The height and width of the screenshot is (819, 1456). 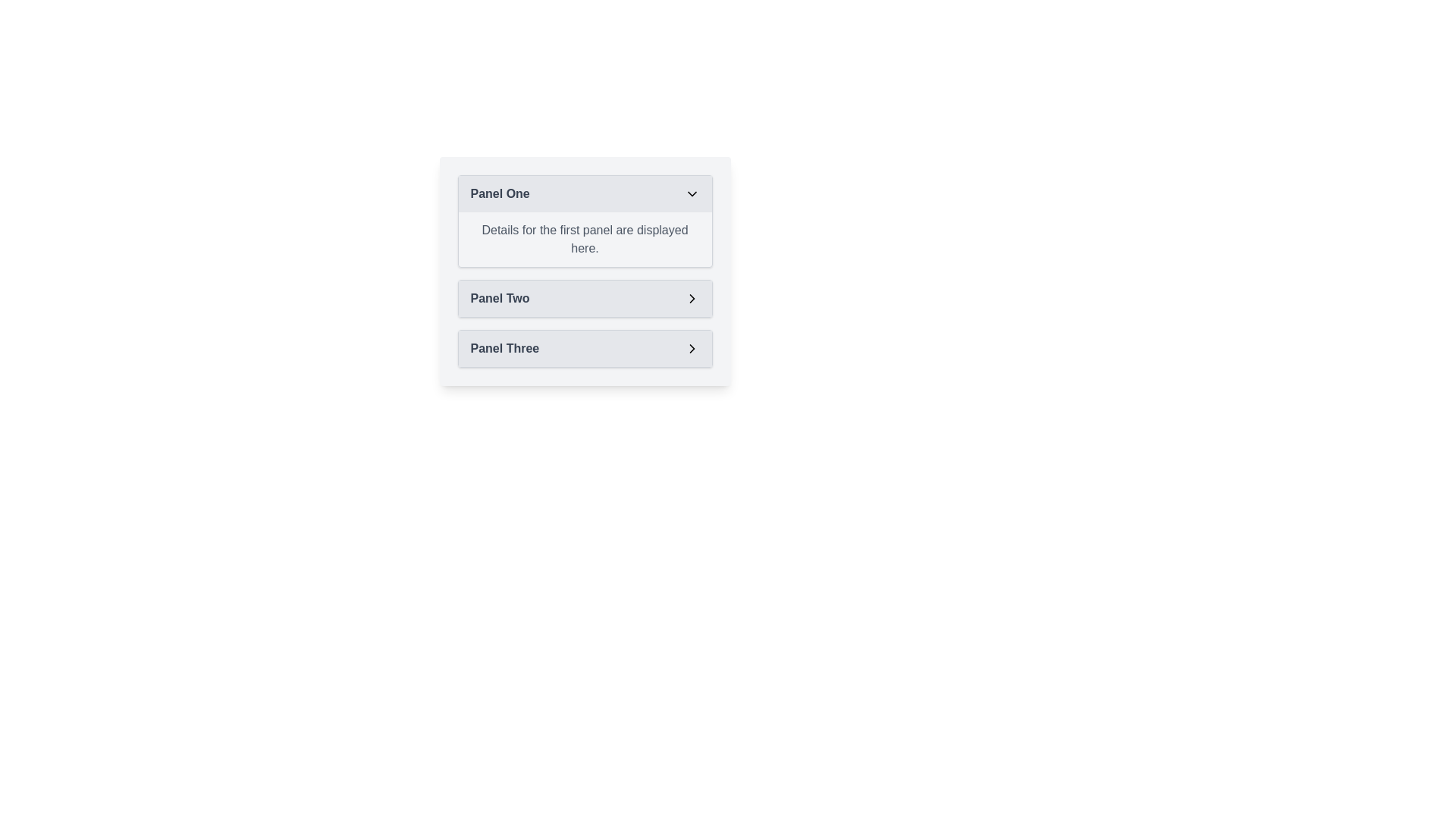 I want to click on the text element displaying 'Details for the first panel are displayed here.' located in the 'Panel One' section, so click(x=584, y=239).